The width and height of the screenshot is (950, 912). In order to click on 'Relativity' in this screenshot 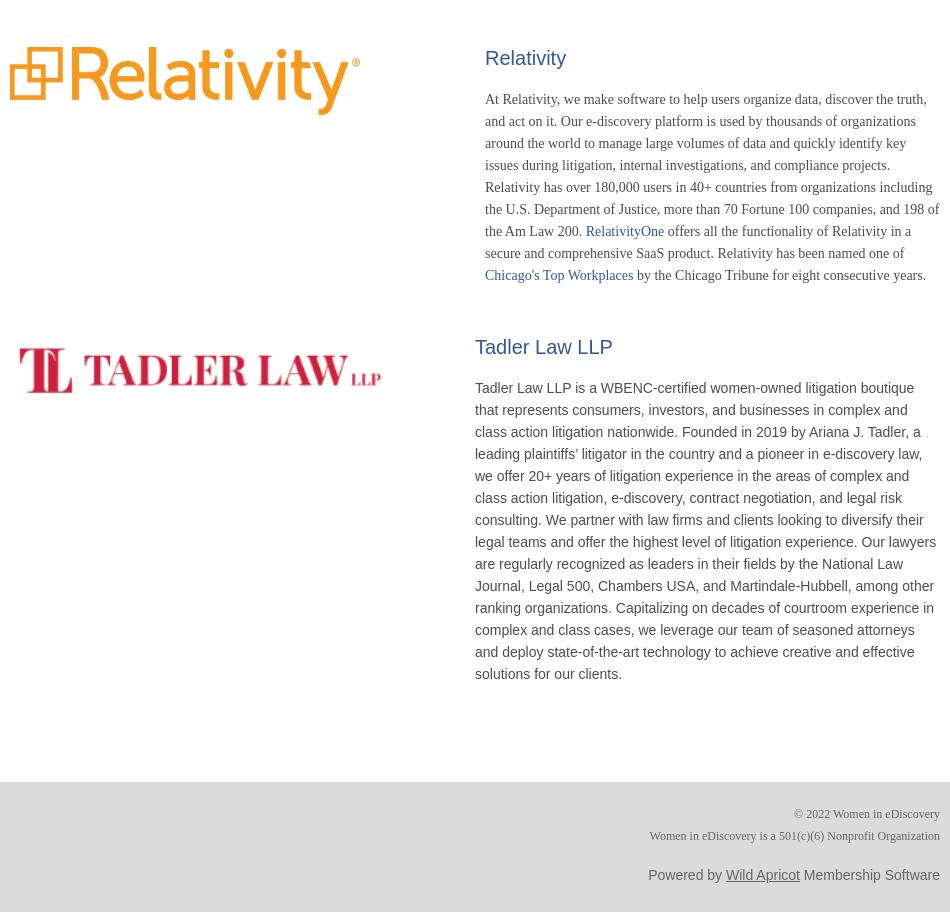, I will do `click(525, 56)`.